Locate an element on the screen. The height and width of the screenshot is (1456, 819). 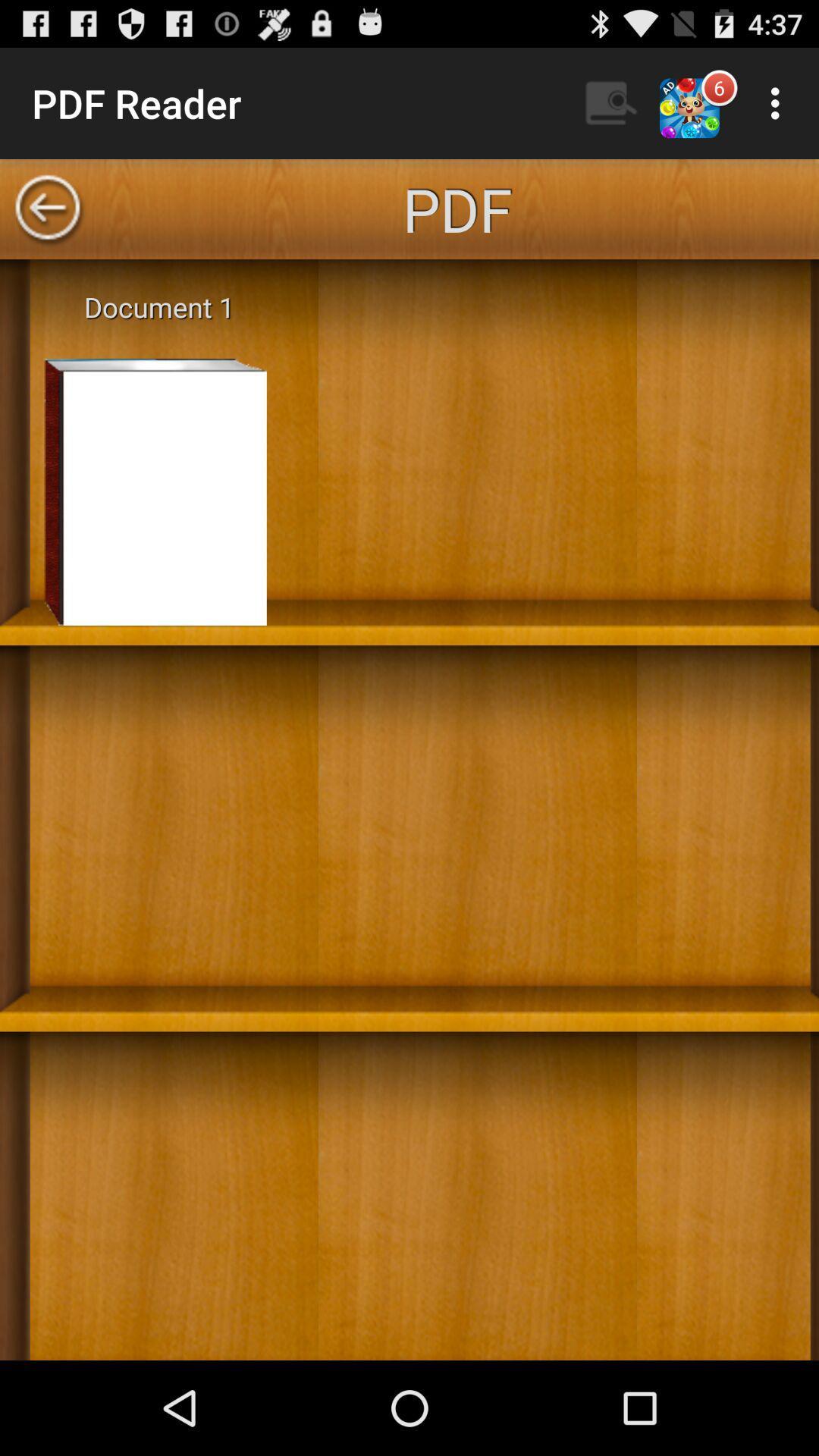
back is located at coordinates (46, 208).